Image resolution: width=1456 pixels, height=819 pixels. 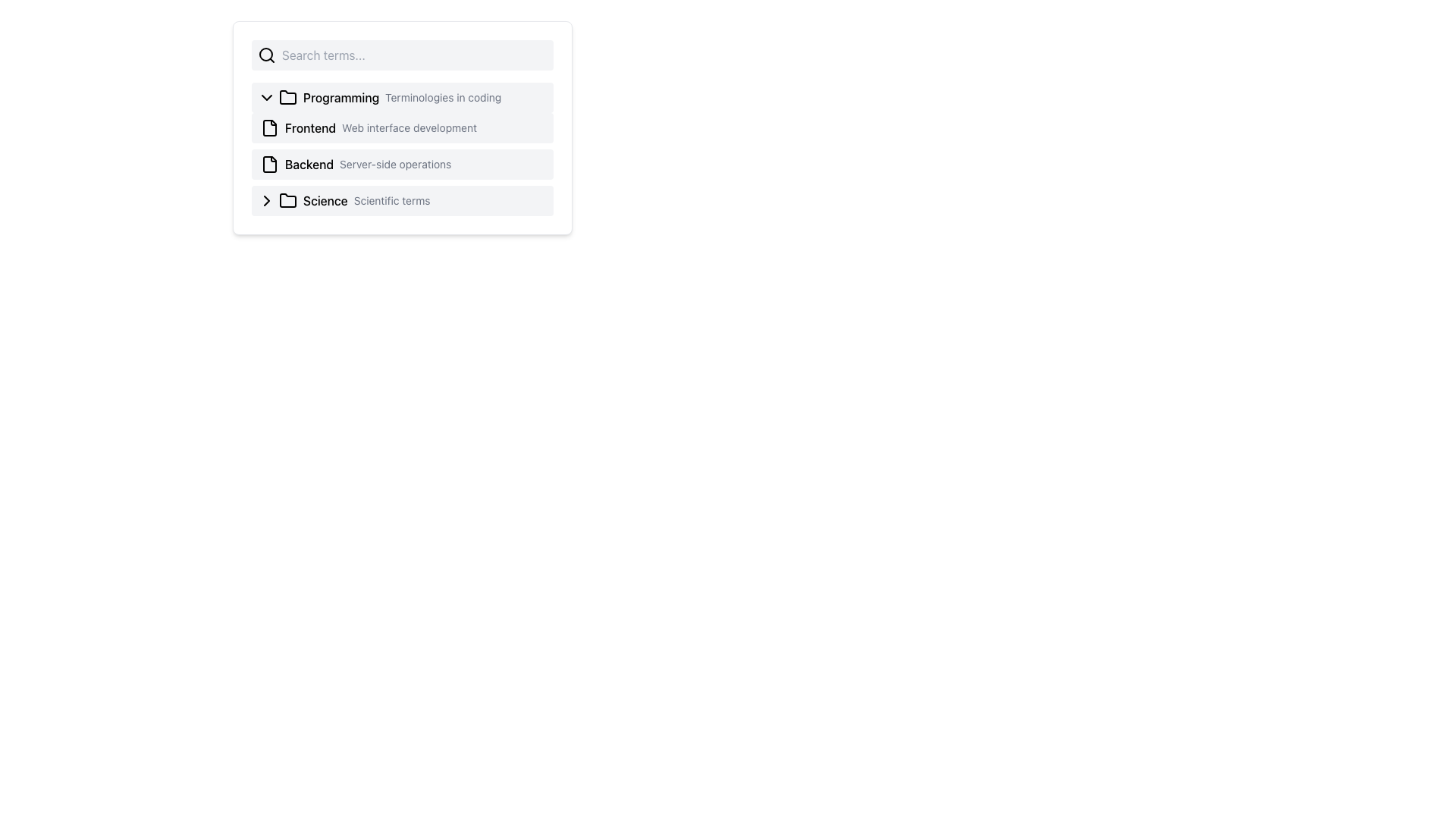 What do you see at coordinates (392, 200) in the screenshot?
I see `the static text label reading 'Scientific terms', which is styled in grey and positioned to the right of the label 'Science'` at bounding box center [392, 200].